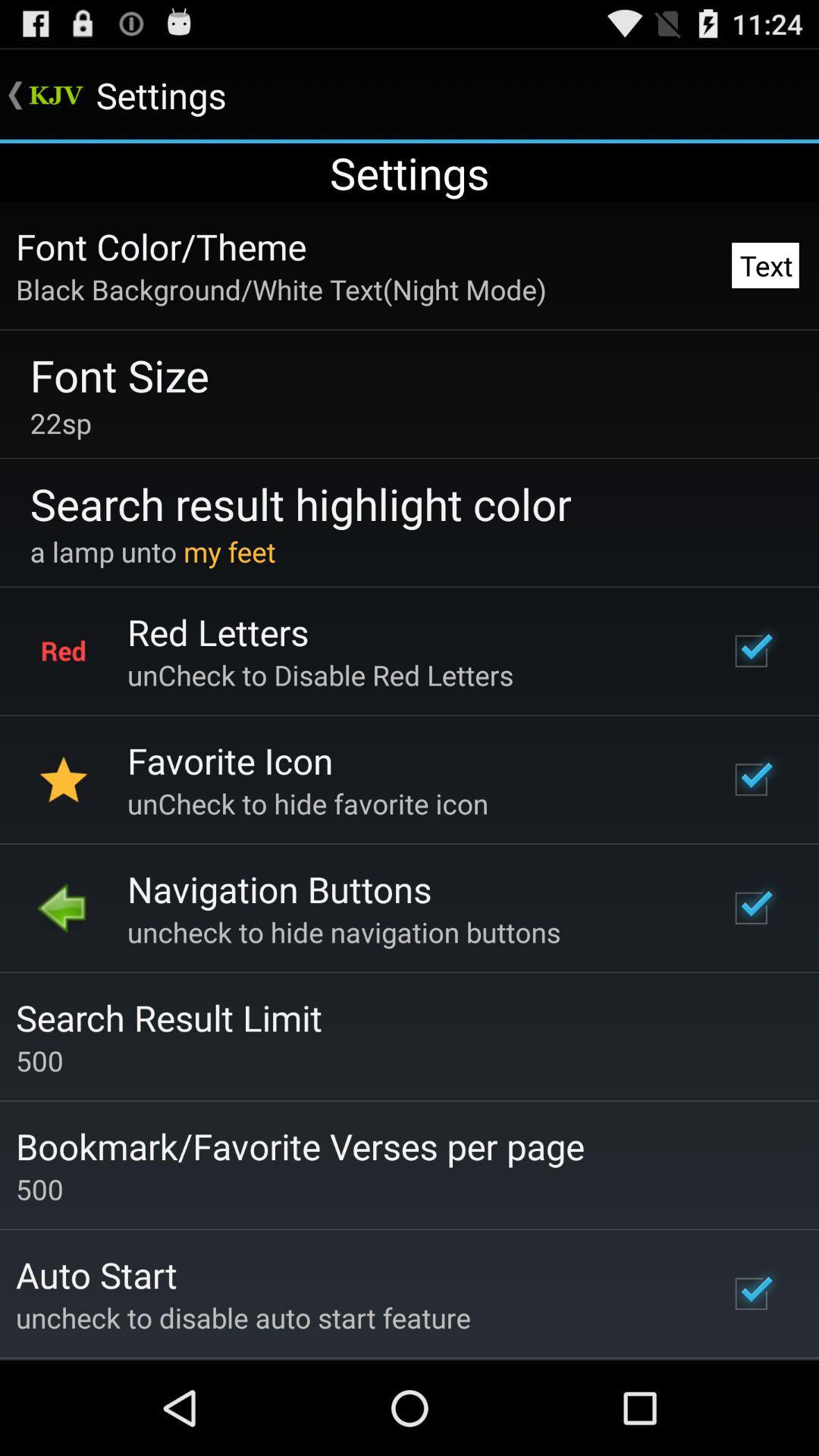 This screenshot has width=819, height=1456. What do you see at coordinates (281, 289) in the screenshot?
I see `the black background white item` at bounding box center [281, 289].